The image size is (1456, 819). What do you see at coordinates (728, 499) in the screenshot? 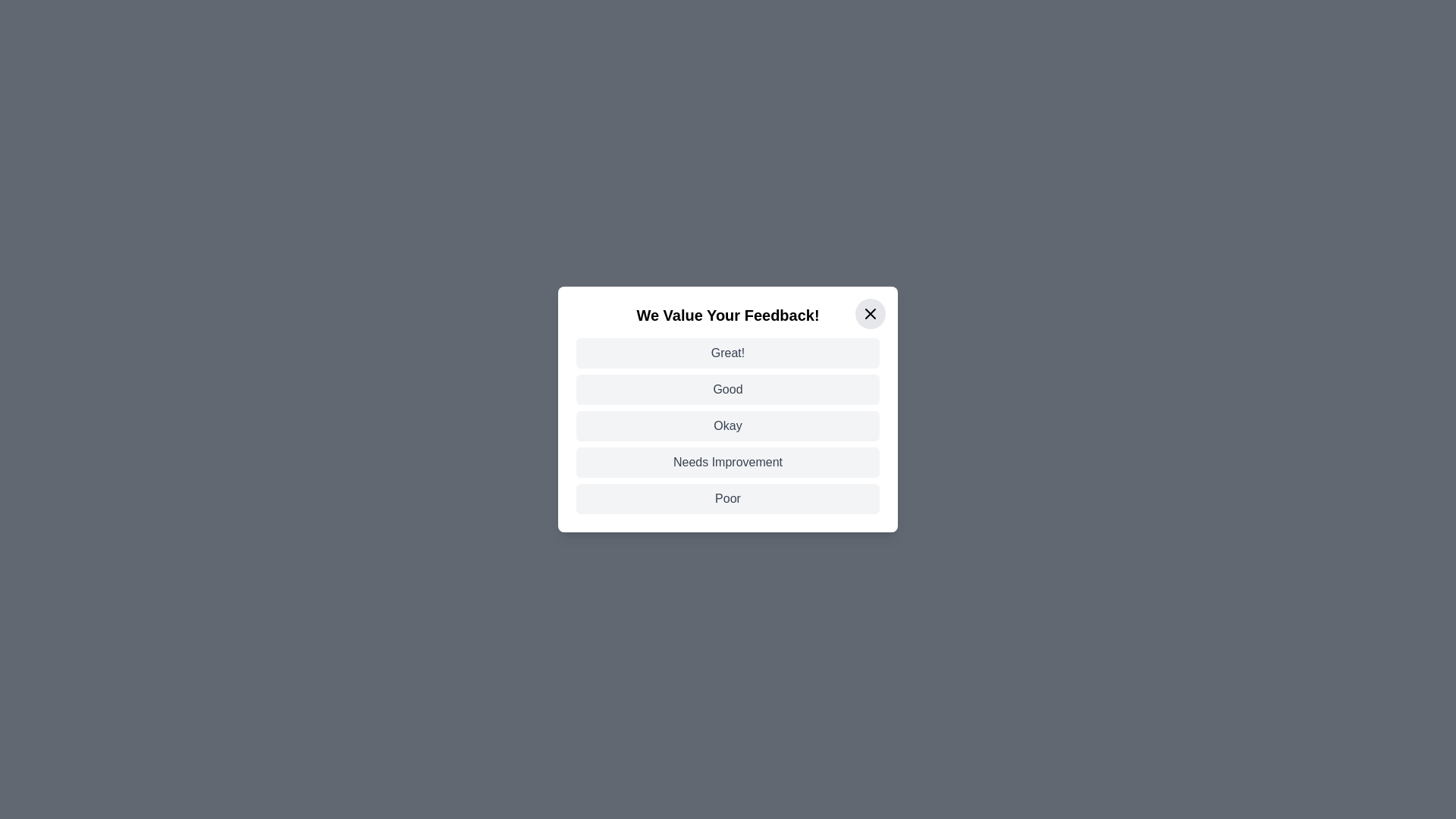
I see `the feedback option Poor` at bounding box center [728, 499].